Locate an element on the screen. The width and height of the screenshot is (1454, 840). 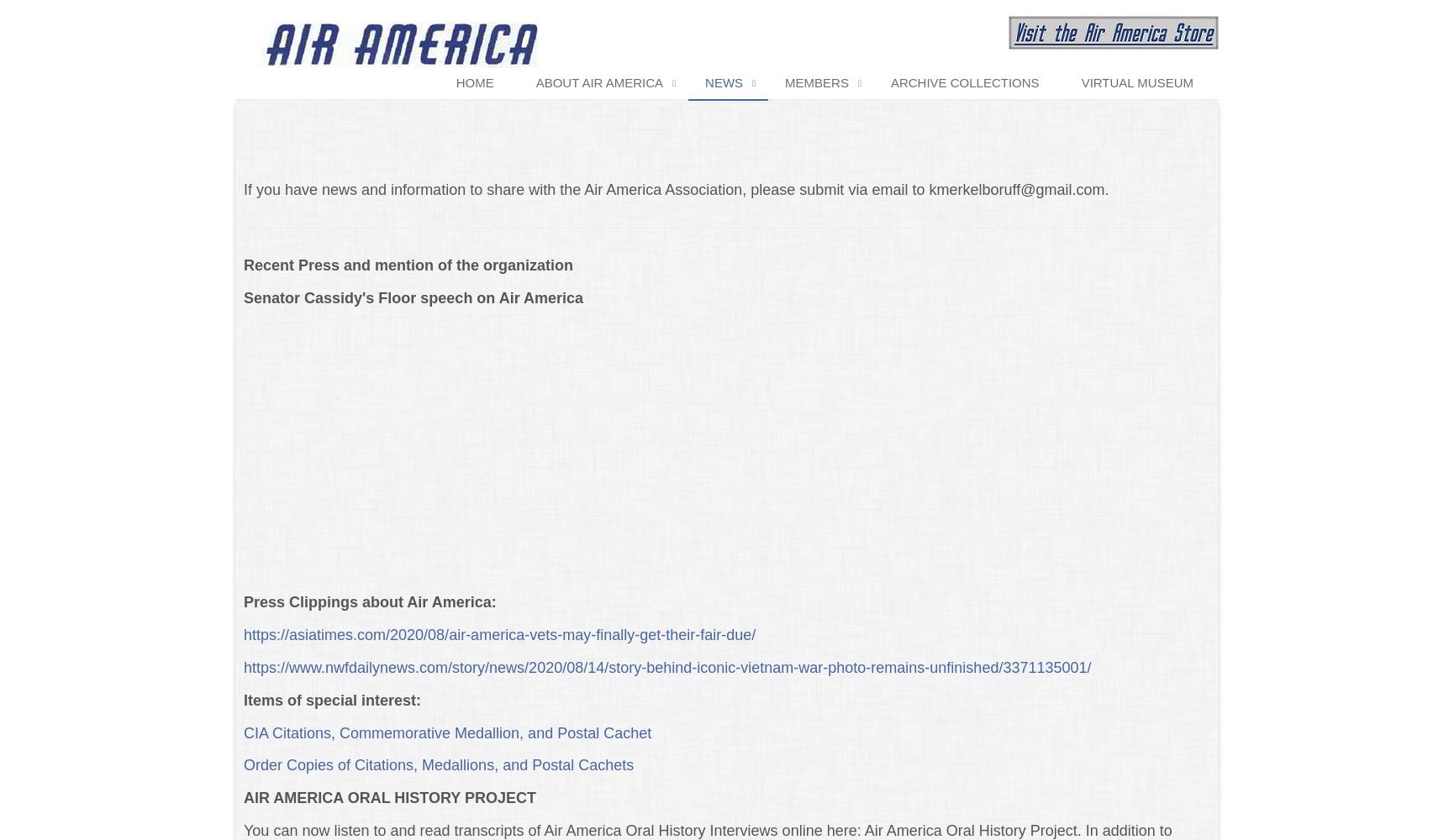
'Recent Press and mention of the organization' is located at coordinates (407, 264).